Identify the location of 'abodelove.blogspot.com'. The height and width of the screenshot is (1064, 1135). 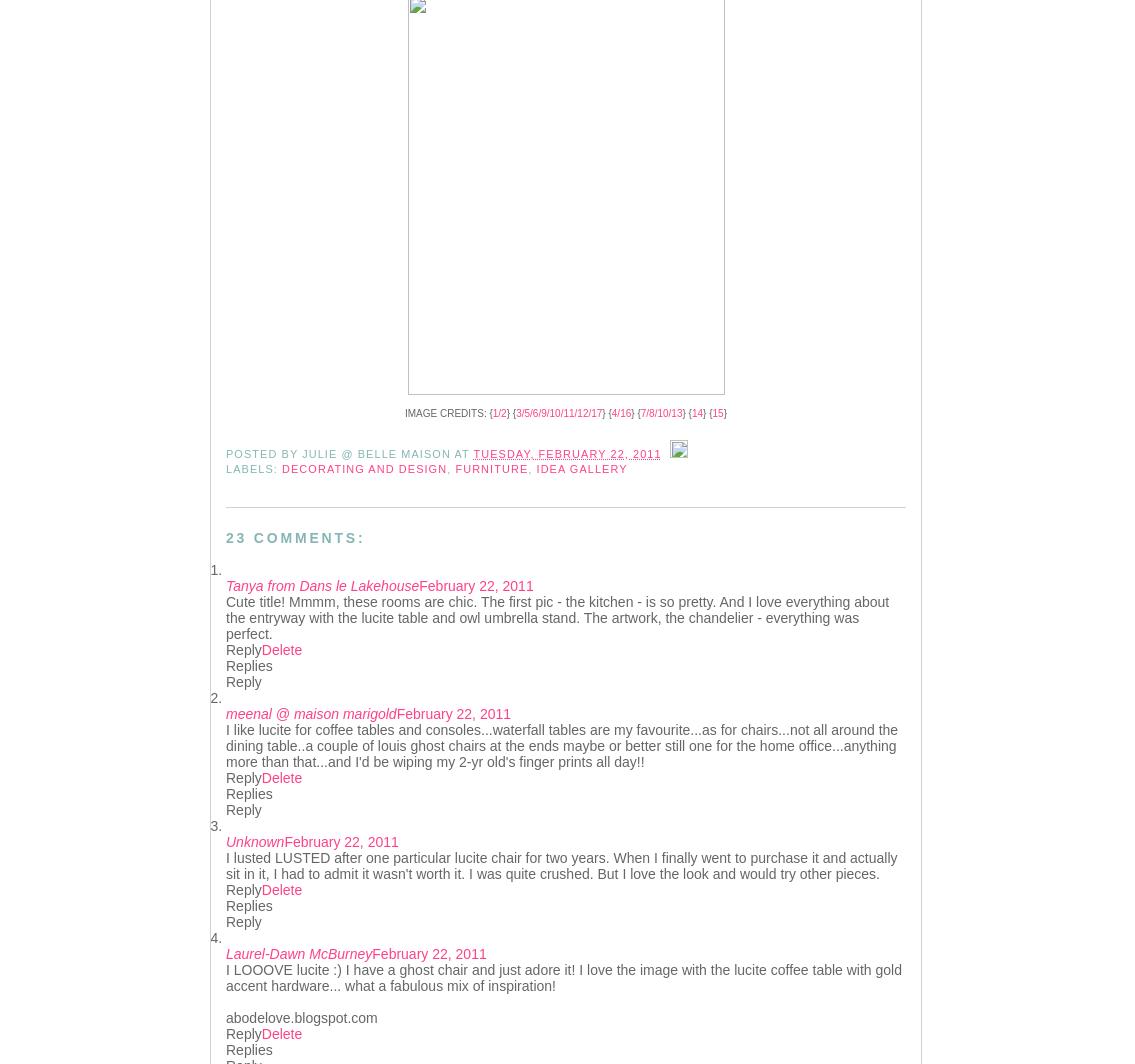
(301, 1018).